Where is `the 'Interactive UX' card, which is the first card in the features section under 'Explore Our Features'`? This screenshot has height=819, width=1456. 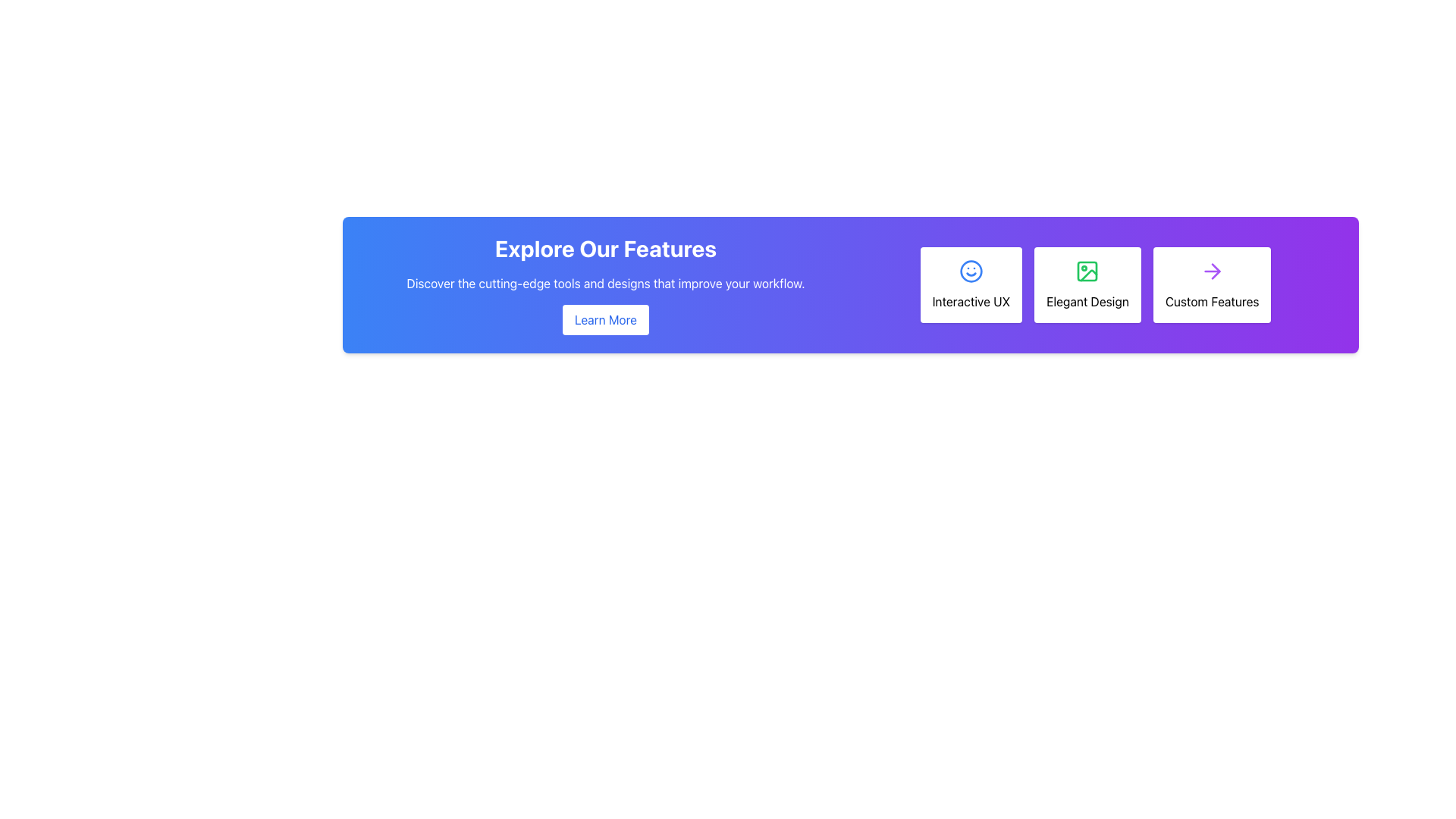
the 'Interactive UX' card, which is the first card in the features section under 'Explore Our Features' is located at coordinates (971, 284).